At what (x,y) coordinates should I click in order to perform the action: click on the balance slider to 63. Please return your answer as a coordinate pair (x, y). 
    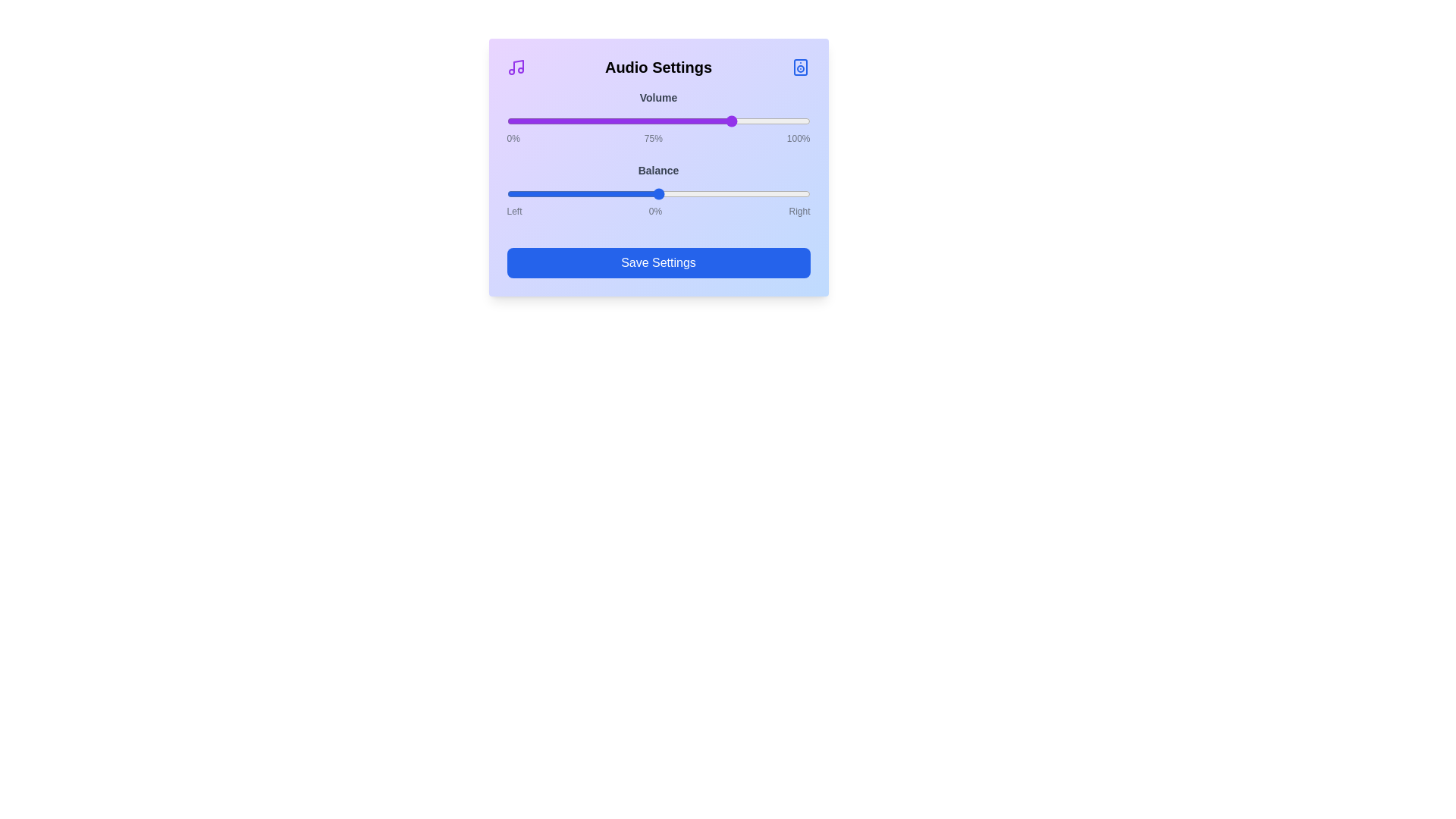
    Looking at the image, I should click on (754, 193).